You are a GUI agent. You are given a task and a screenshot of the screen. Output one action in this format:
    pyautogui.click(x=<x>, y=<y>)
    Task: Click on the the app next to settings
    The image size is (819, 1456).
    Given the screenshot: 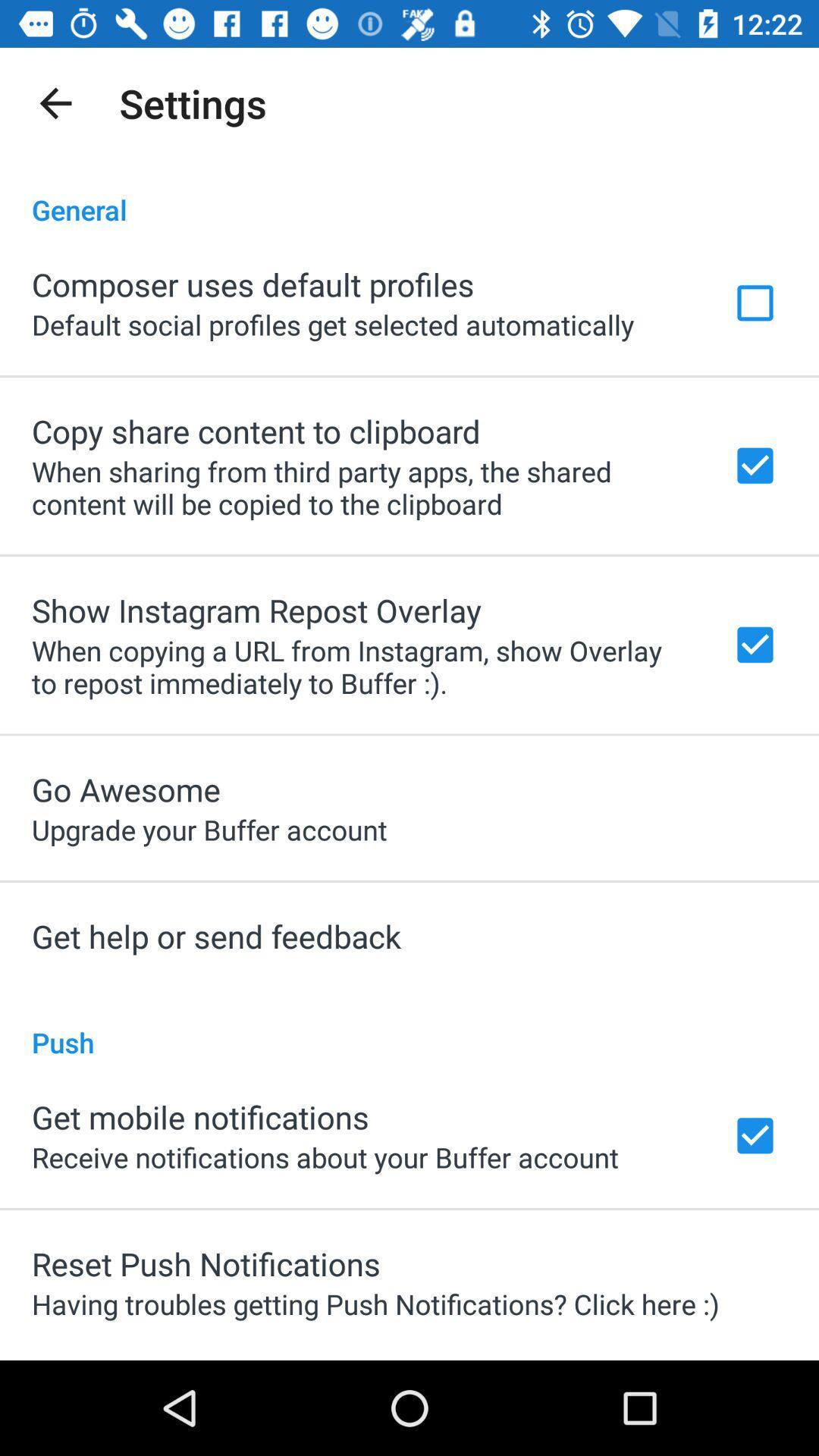 What is the action you would take?
    pyautogui.click(x=55, y=102)
    